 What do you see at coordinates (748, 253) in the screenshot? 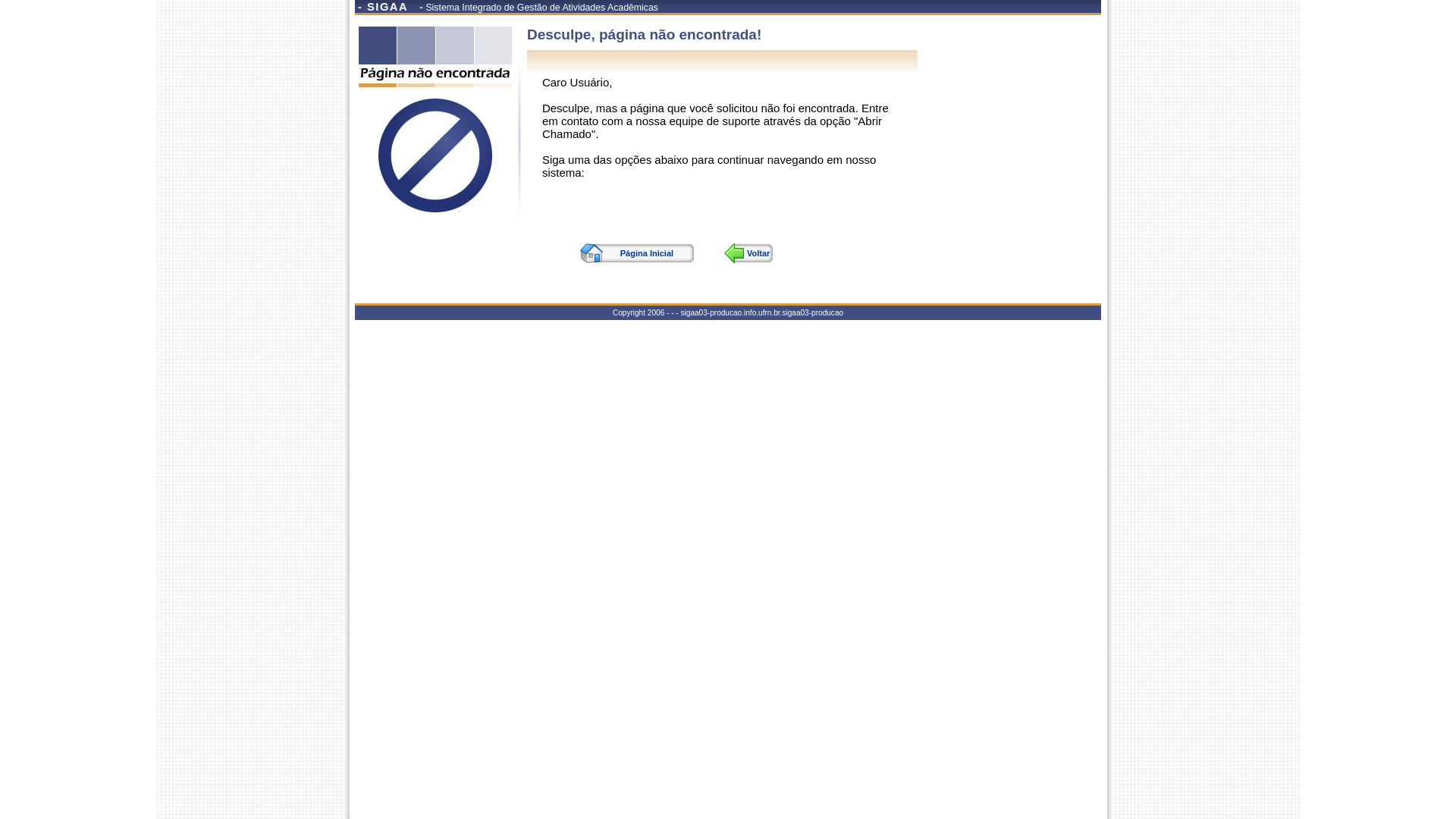
I see `'Voltar'` at bounding box center [748, 253].